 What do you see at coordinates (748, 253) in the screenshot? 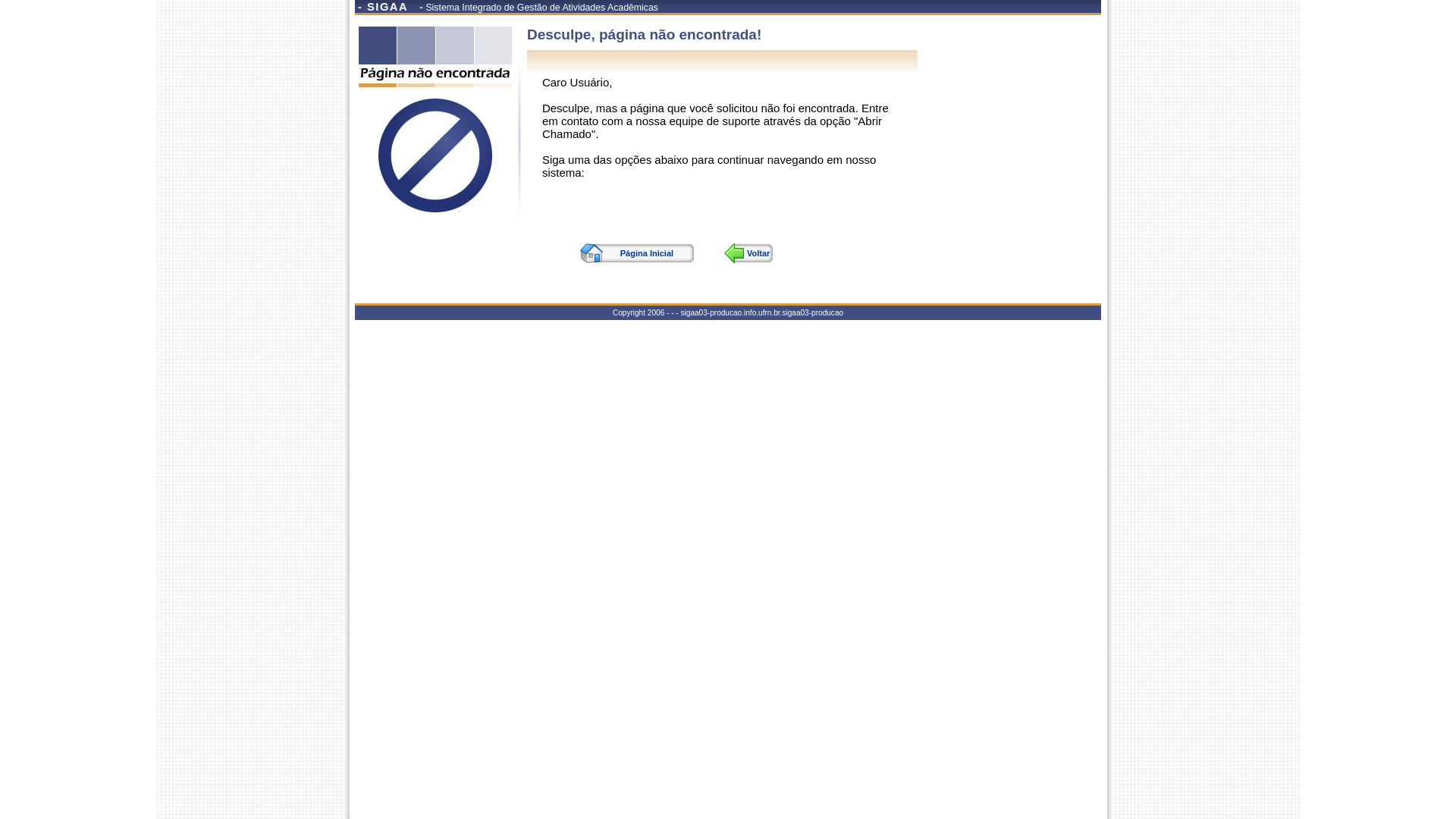
I see `'Voltar'` at bounding box center [748, 253].